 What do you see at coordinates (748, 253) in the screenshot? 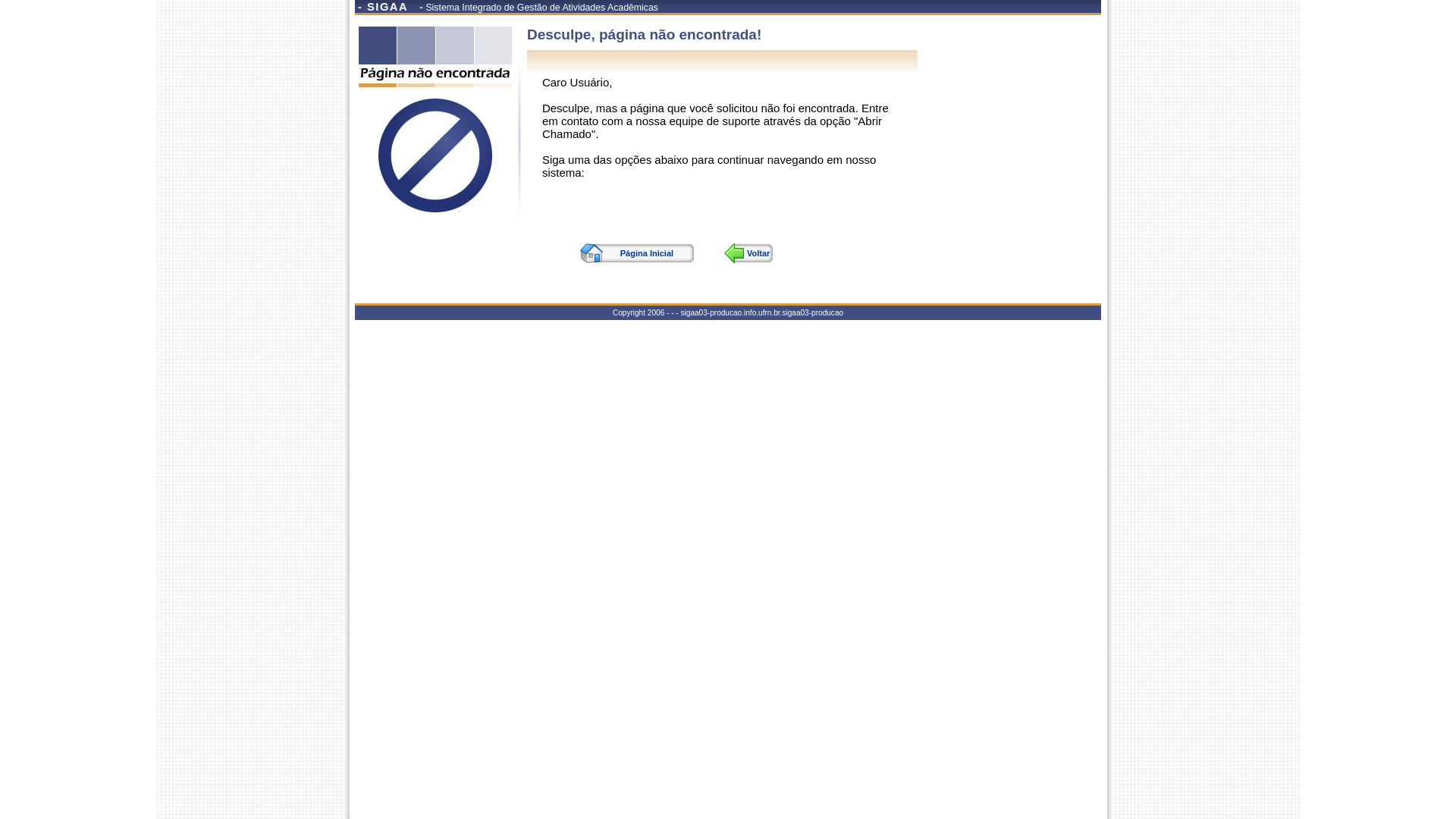
I see `'Voltar'` at bounding box center [748, 253].